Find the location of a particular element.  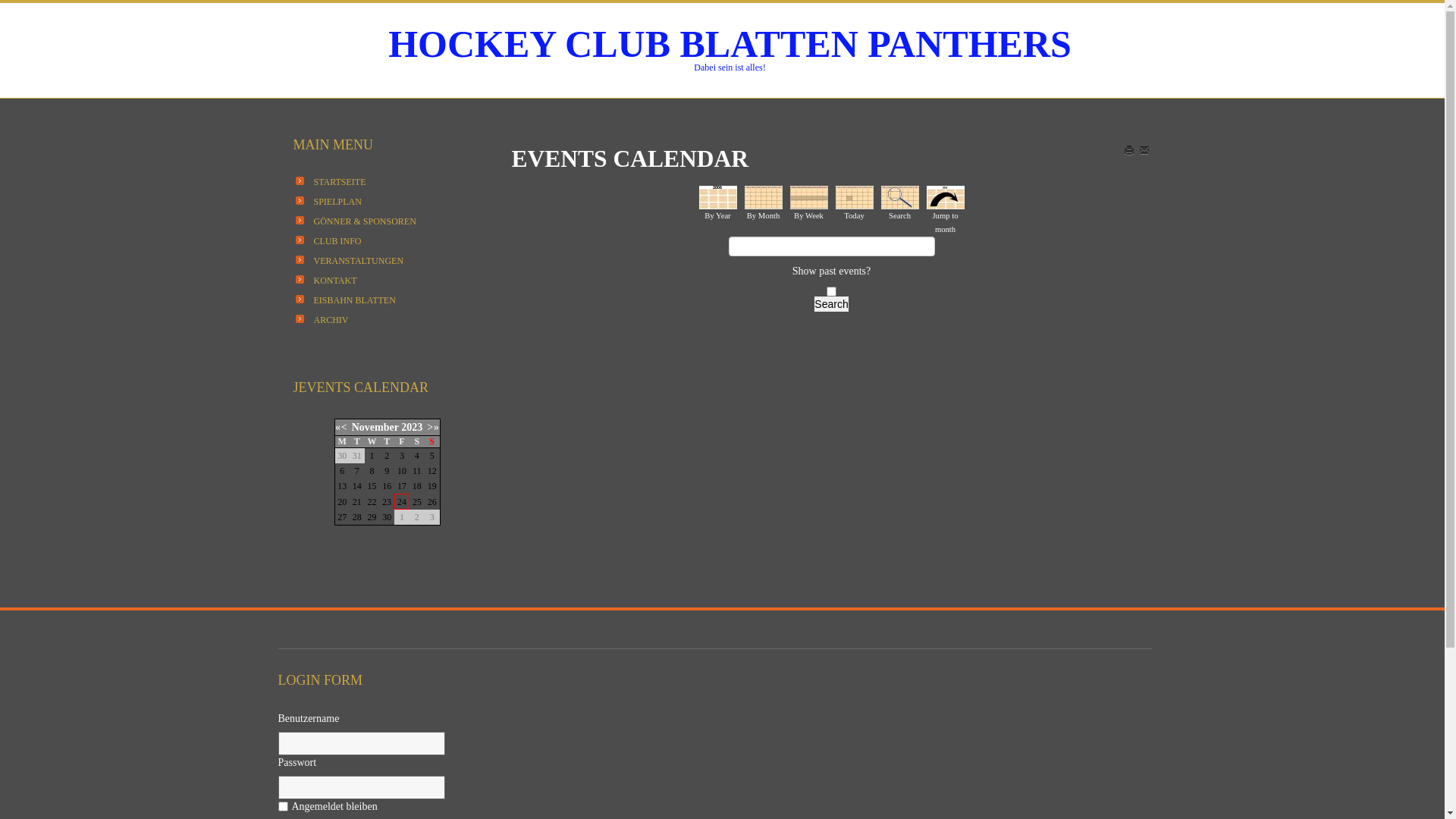

'26' is located at coordinates (431, 500).